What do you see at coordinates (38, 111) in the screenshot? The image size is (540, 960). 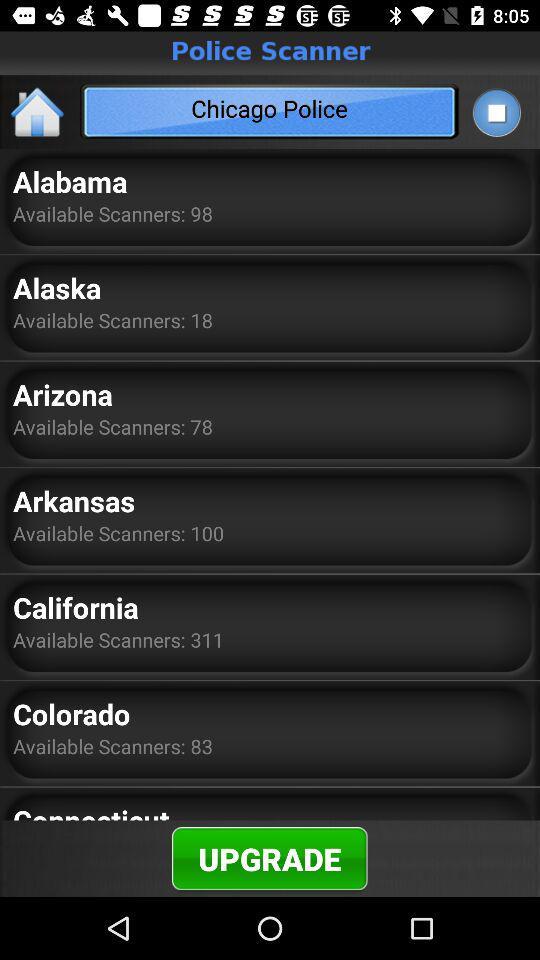 I see `home` at bounding box center [38, 111].